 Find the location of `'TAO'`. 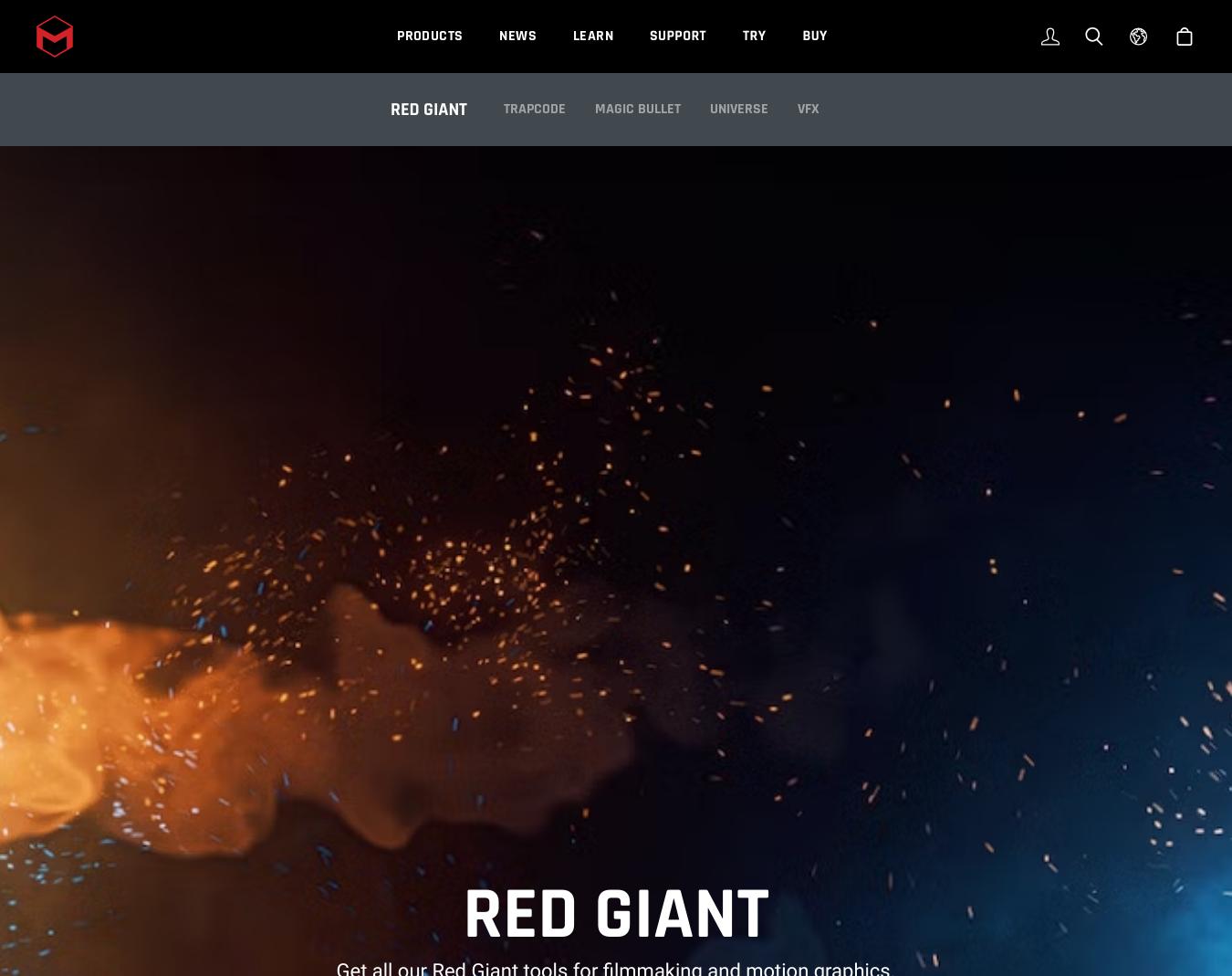

'TAO' is located at coordinates (515, 49).